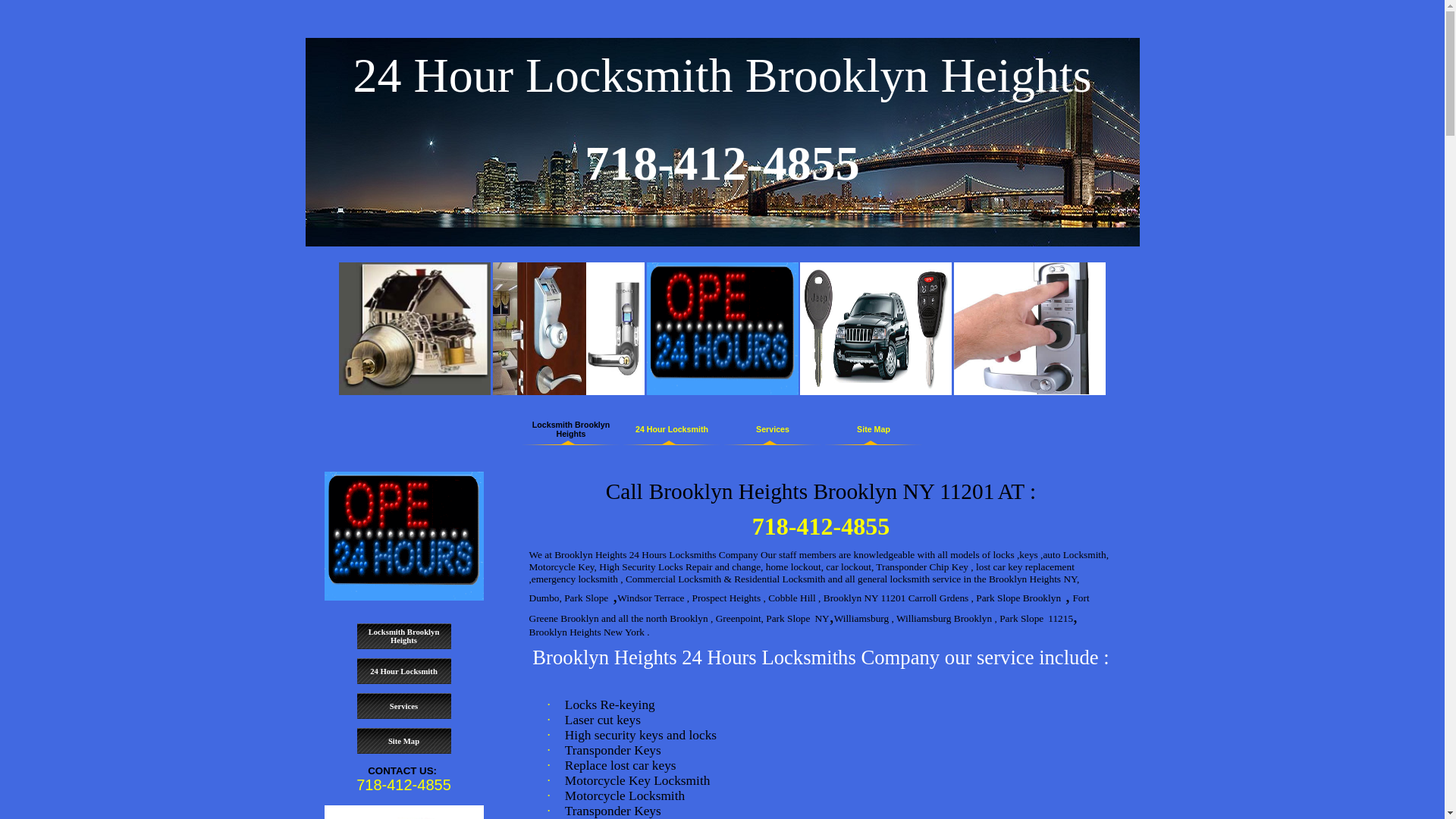 This screenshot has height=819, width=1456. What do you see at coordinates (356, 706) in the screenshot?
I see `'Services'` at bounding box center [356, 706].